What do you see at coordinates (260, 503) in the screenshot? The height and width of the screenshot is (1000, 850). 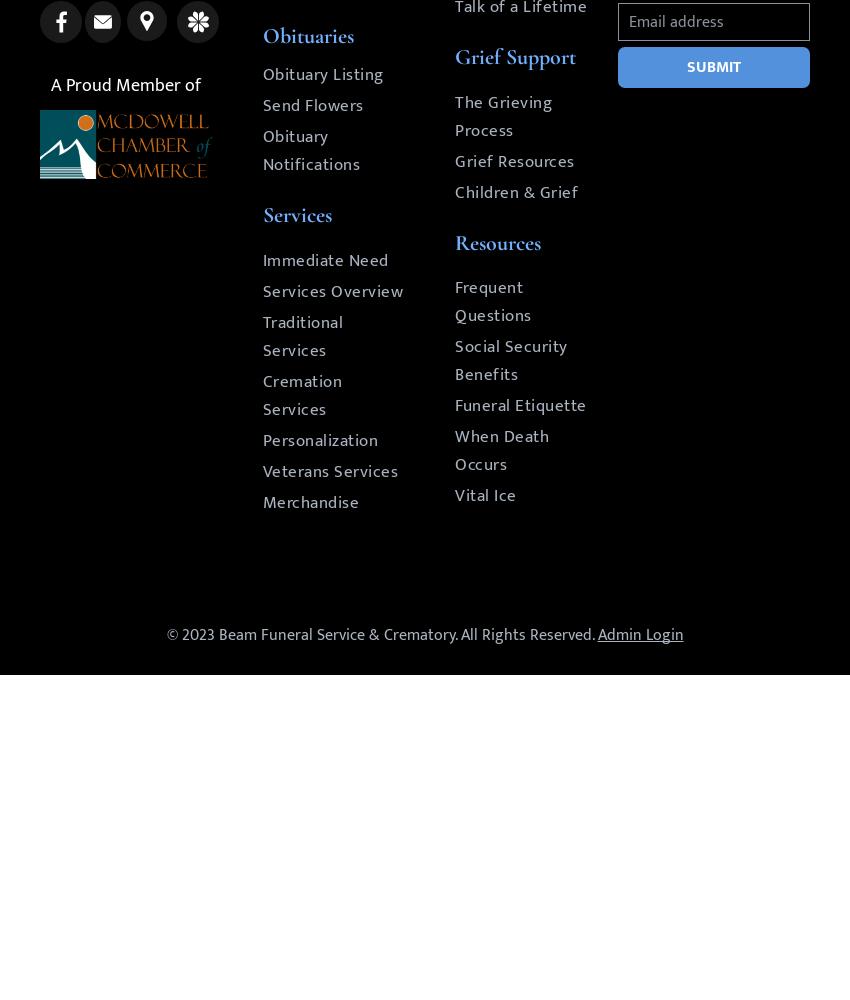 I see `'Merchandise'` at bounding box center [260, 503].